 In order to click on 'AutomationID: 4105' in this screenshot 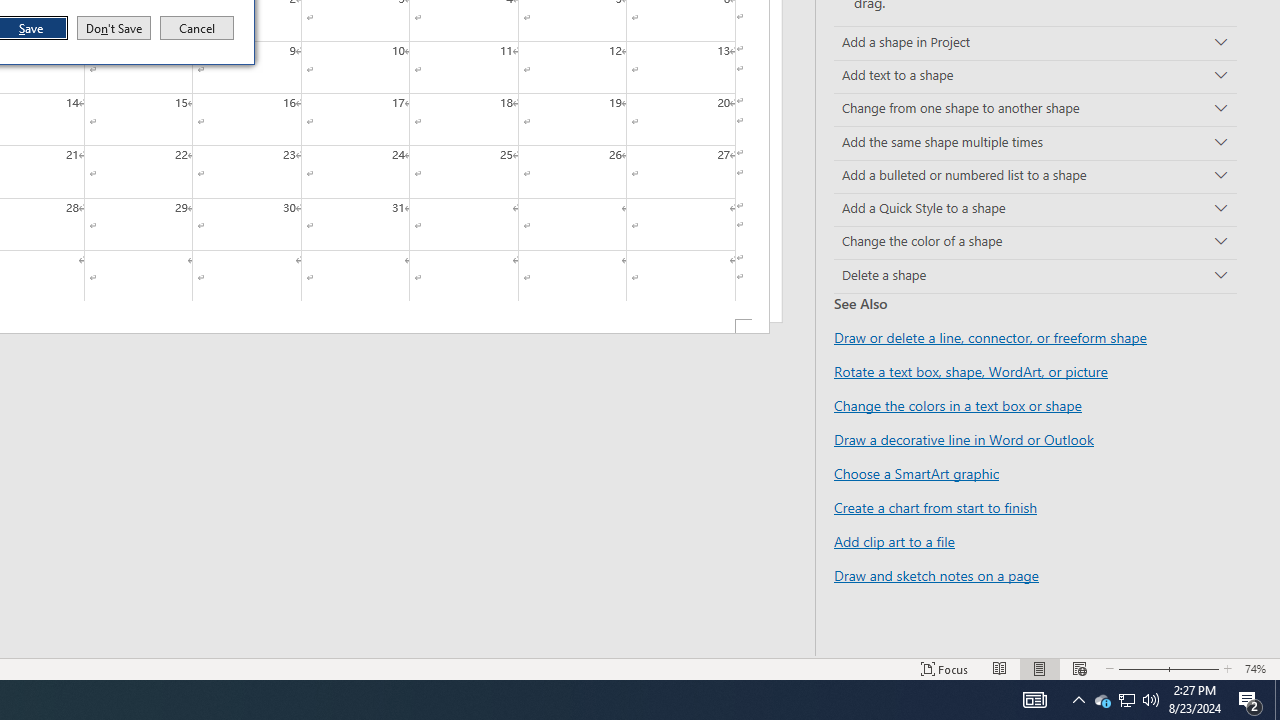, I will do `click(1000, 669)`.